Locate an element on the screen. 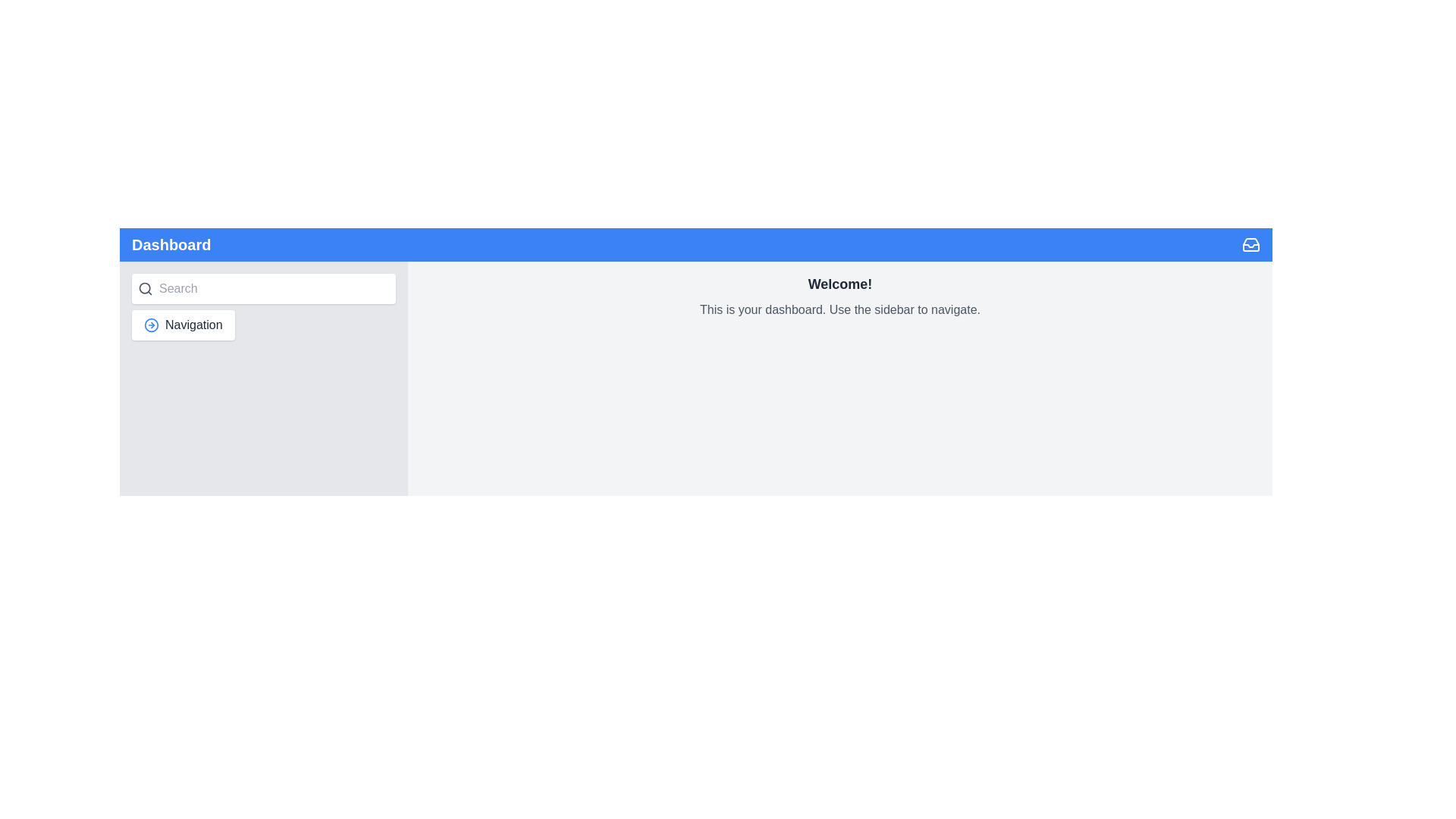 Image resolution: width=1456 pixels, height=819 pixels. the rightward-pointing blue circular arrow icon located within the 'Navigation' block is located at coordinates (152, 324).